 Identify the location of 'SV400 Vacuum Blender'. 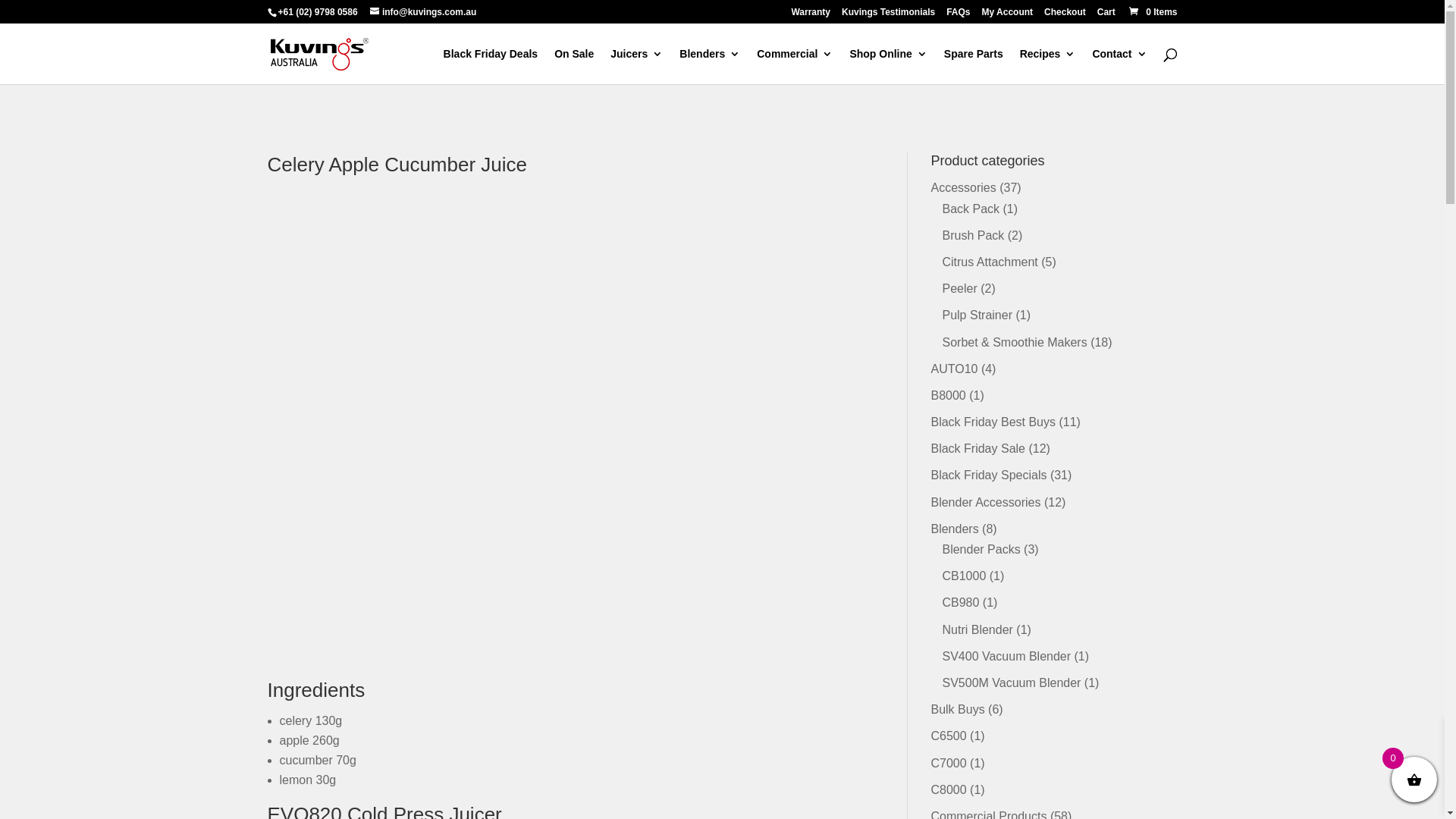
(1006, 655).